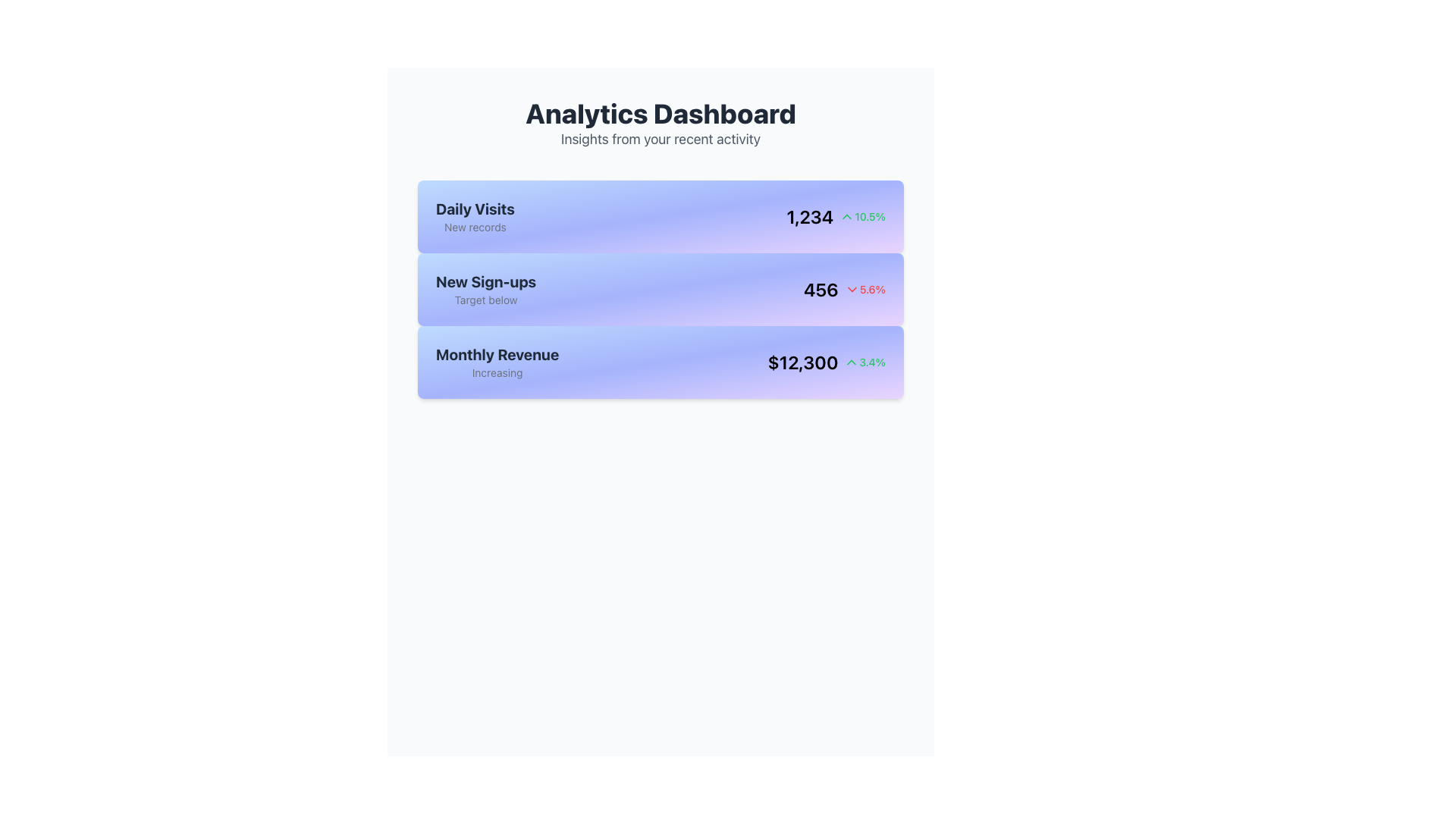 This screenshot has height=819, width=1456. Describe the element at coordinates (474, 227) in the screenshot. I see `the 'New records' text label, which is styled in a small, gray font and located below the 'Daily Visits' text in the first information card` at that location.